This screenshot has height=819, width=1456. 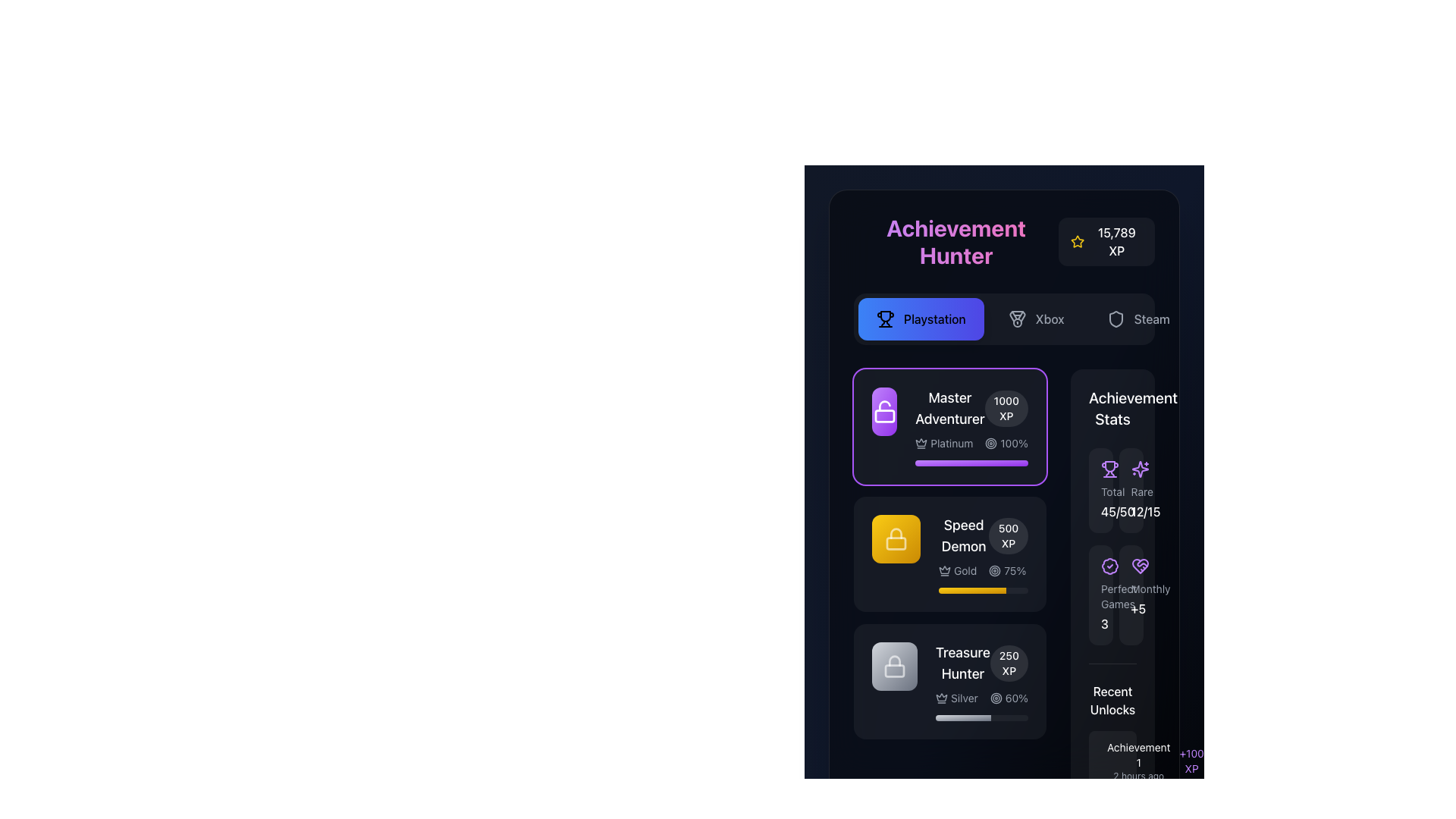 What do you see at coordinates (885, 318) in the screenshot?
I see `the trophy icon inside the 'playstation' button, which is located in the first row of options under the 'Achievement Hunter' header` at bounding box center [885, 318].